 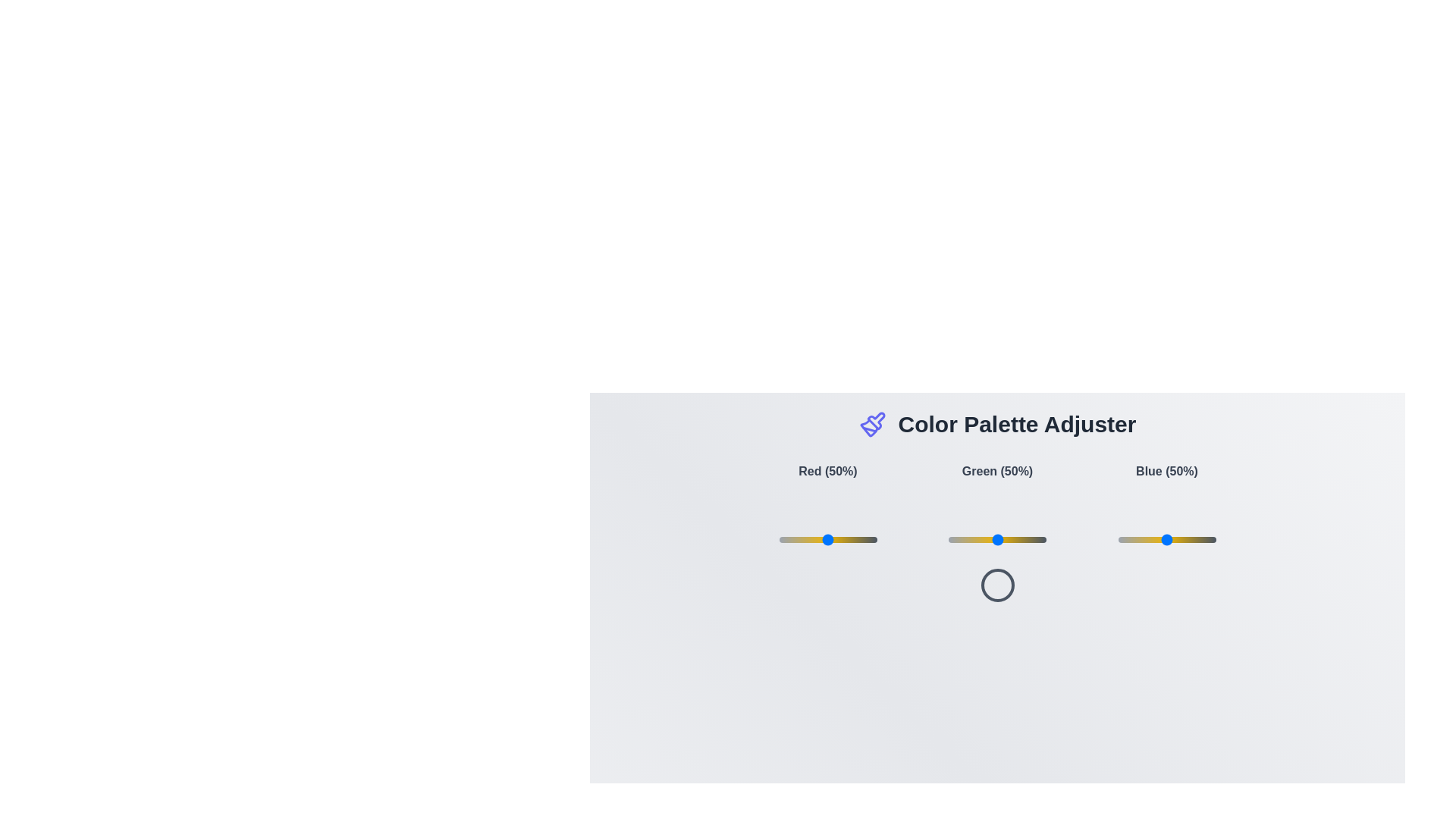 What do you see at coordinates (993, 539) in the screenshot?
I see `the green slider to 45%` at bounding box center [993, 539].